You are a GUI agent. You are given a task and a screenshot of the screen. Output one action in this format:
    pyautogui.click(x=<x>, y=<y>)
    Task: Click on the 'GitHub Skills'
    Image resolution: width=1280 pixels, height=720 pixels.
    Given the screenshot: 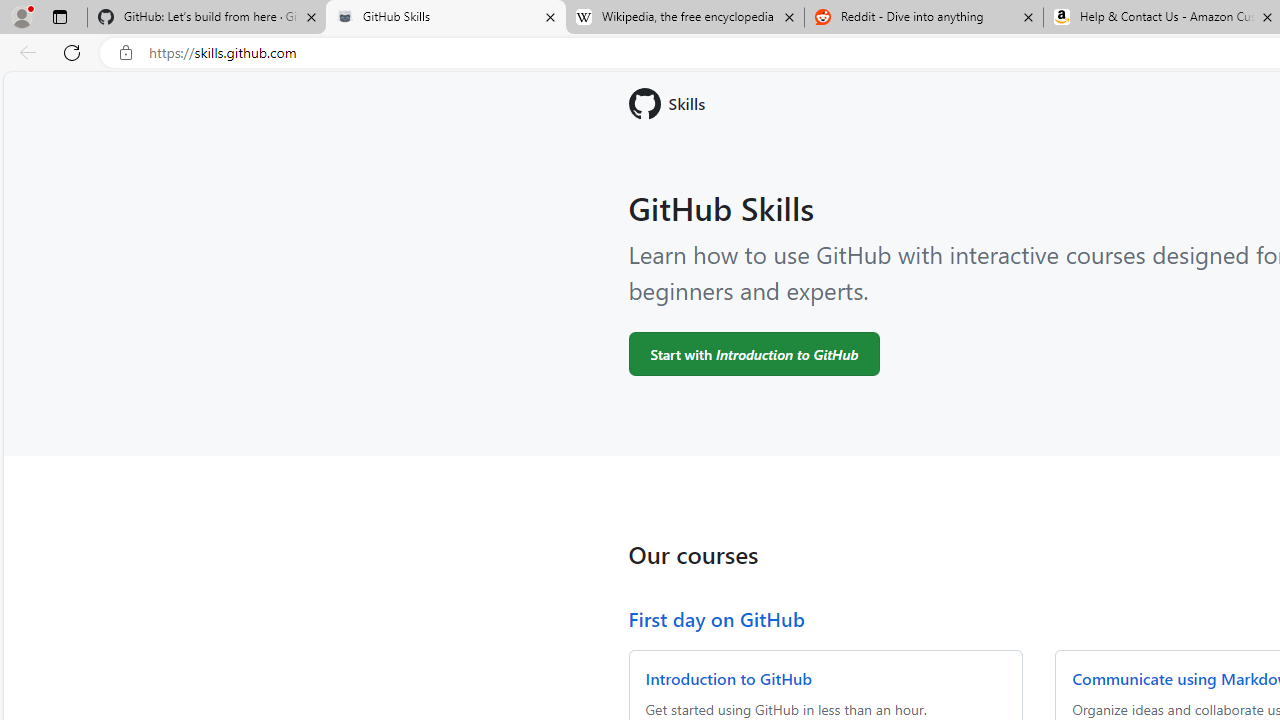 What is the action you would take?
    pyautogui.click(x=444, y=17)
    